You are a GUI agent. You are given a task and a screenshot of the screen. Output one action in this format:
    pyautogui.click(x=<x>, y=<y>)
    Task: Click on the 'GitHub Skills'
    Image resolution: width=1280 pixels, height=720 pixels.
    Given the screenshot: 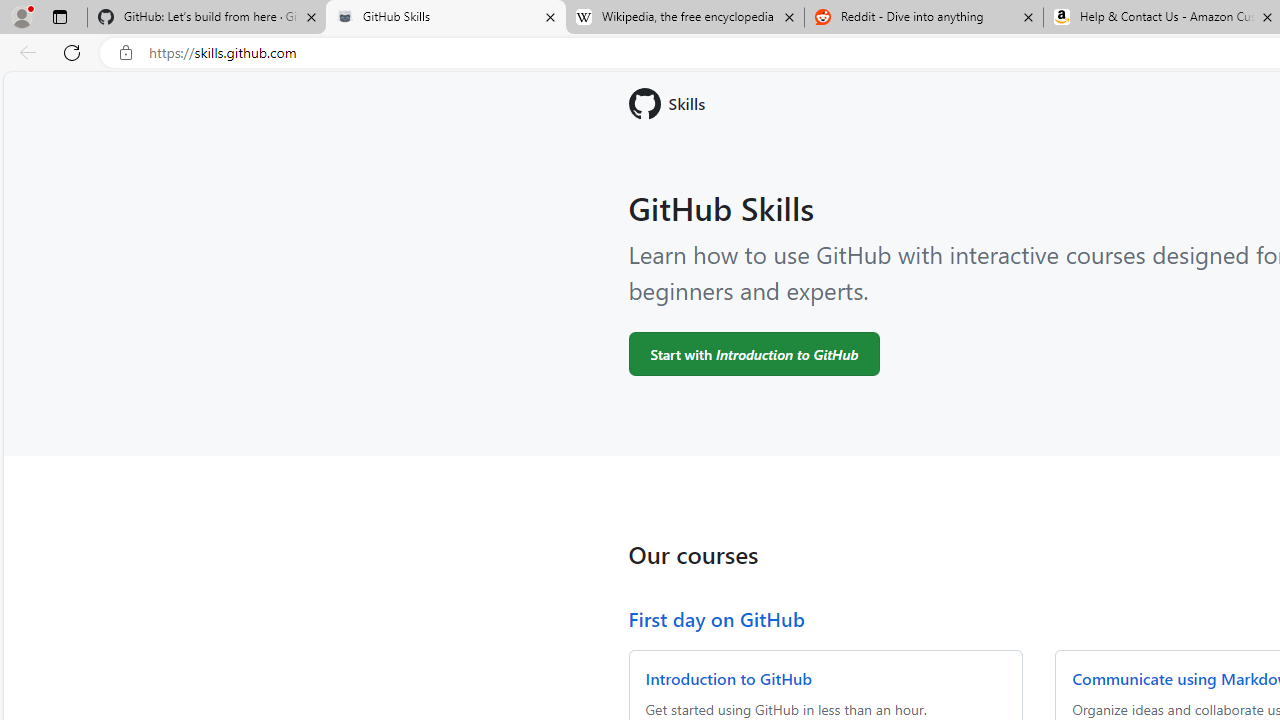 What is the action you would take?
    pyautogui.click(x=444, y=17)
    